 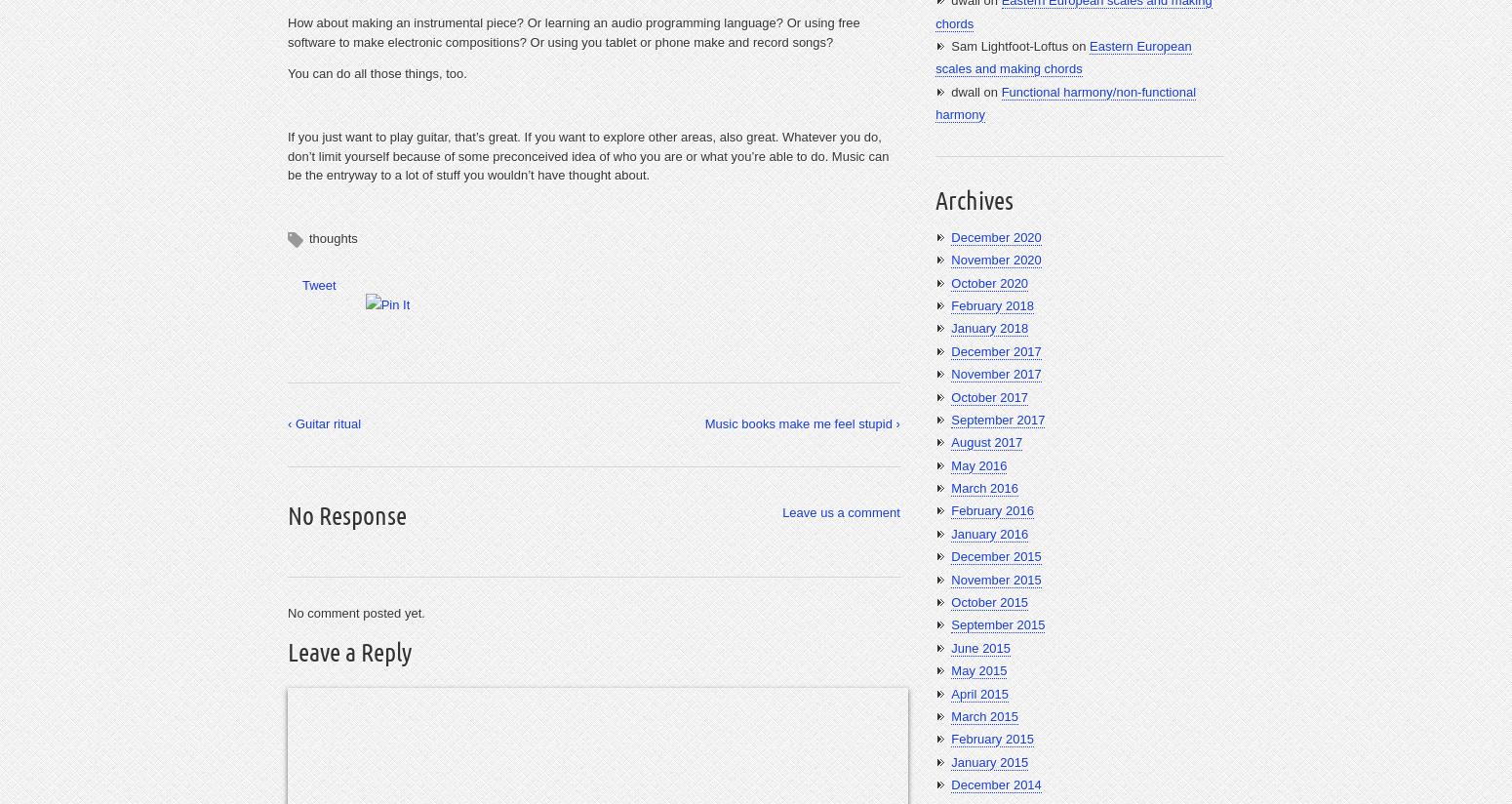 I want to click on 'September 2017', so click(x=949, y=418).